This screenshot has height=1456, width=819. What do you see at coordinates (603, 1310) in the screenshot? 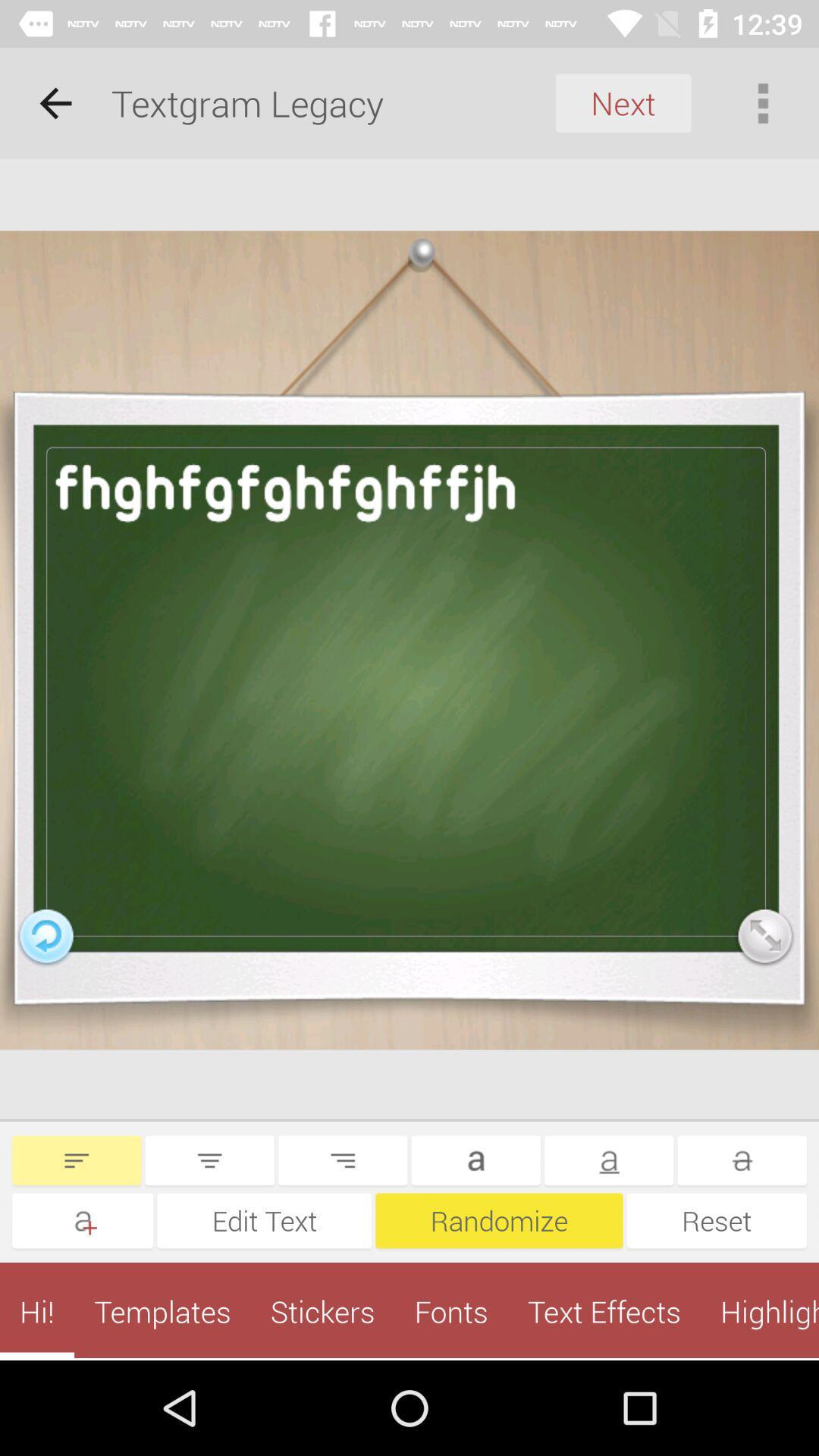
I see `the item next to the fonts item` at bounding box center [603, 1310].